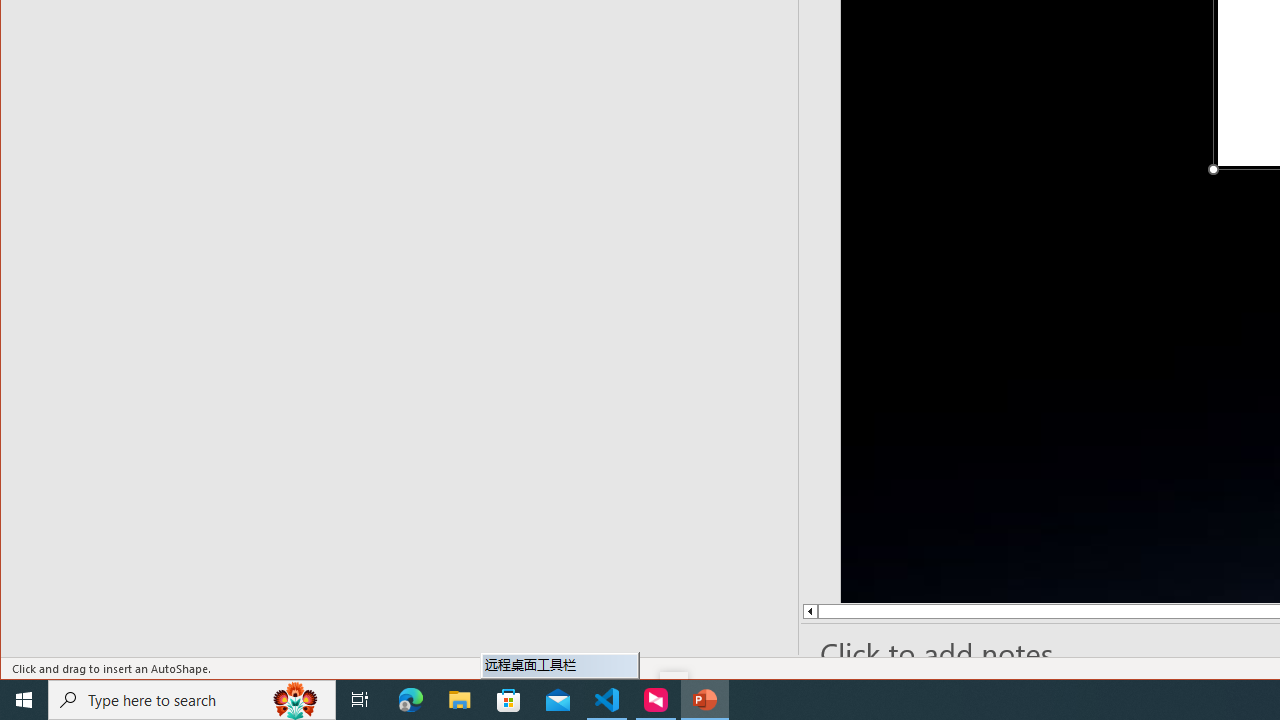 This screenshot has width=1280, height=720. Describe the element at coordinates (359, 698) in the screenshot. I see `'Task View'` at that location.